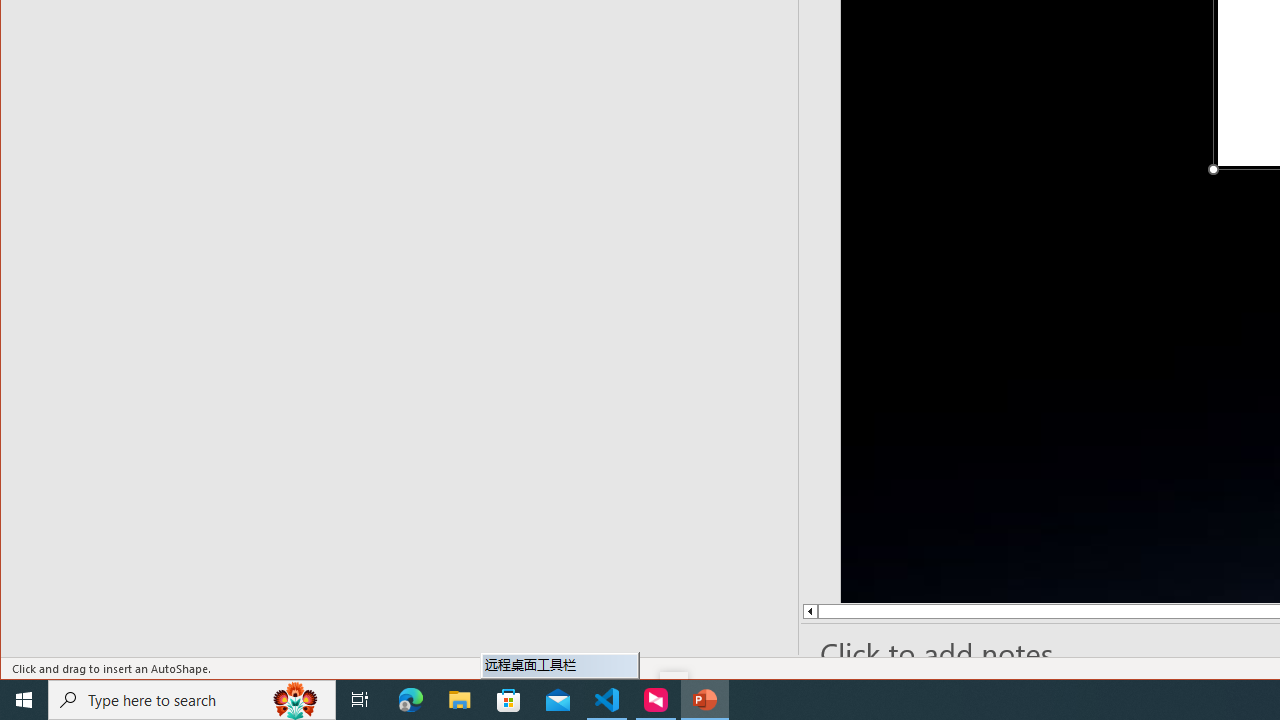 This screenshot has width=1280, height=720. Describe the element at coordinates (359, 698) in the screenshot. I see `'Task View'` at that location.